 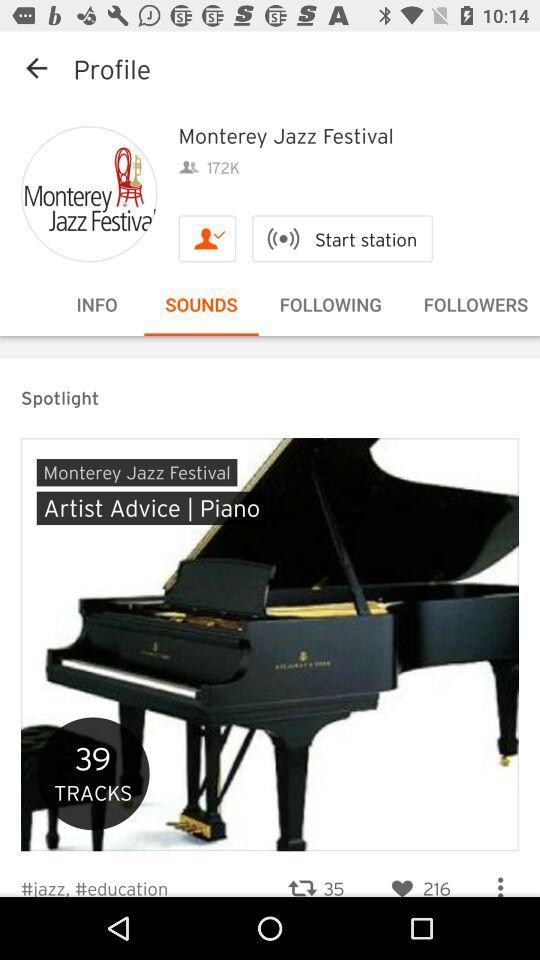 I want to click on follow or unfollow, so click(x=206, y=238).